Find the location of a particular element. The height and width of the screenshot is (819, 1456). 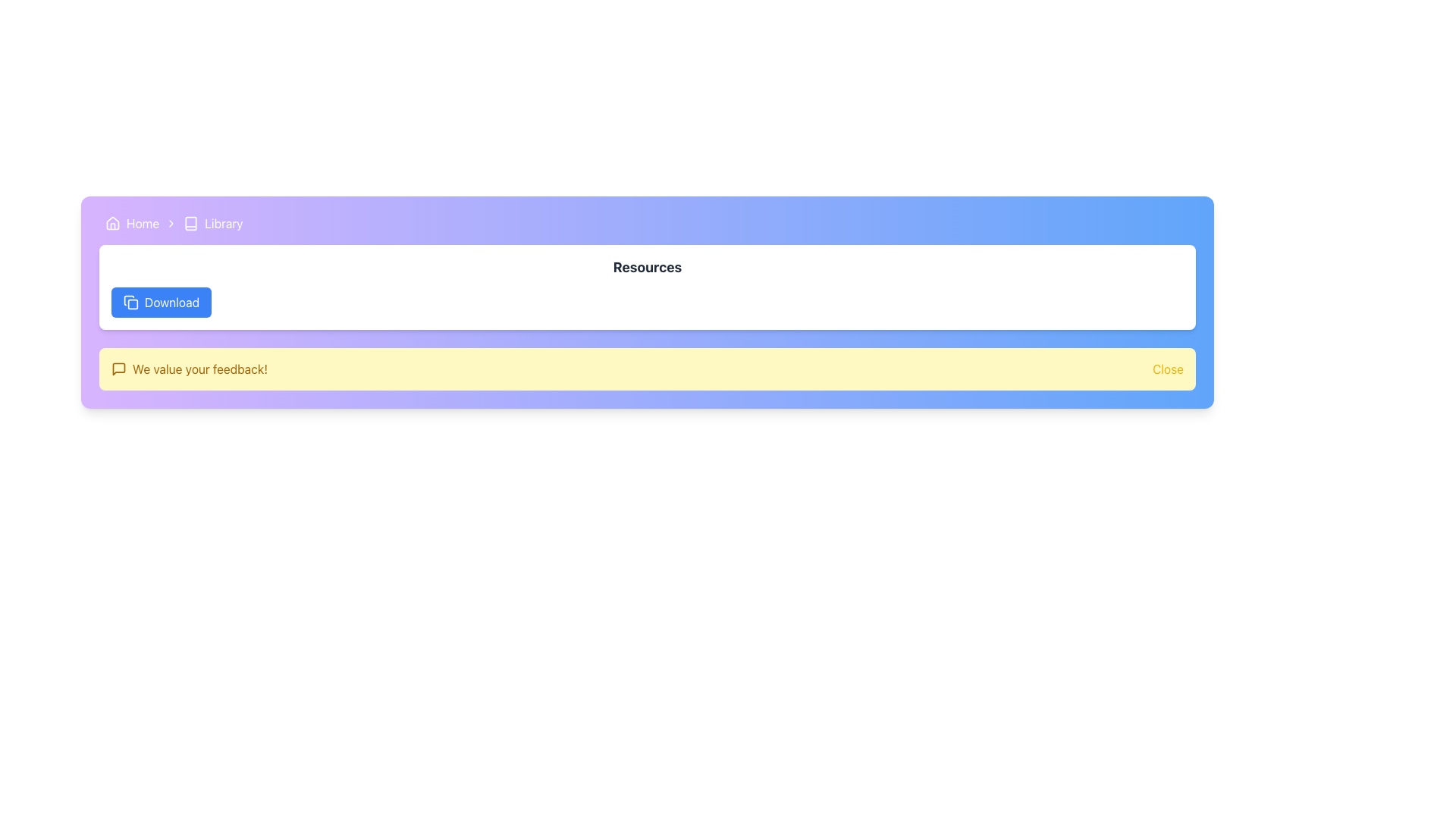

the button located in the top-left corner of the navigation bar, preceding the 'Library' link is located at coordinates (132, 223).